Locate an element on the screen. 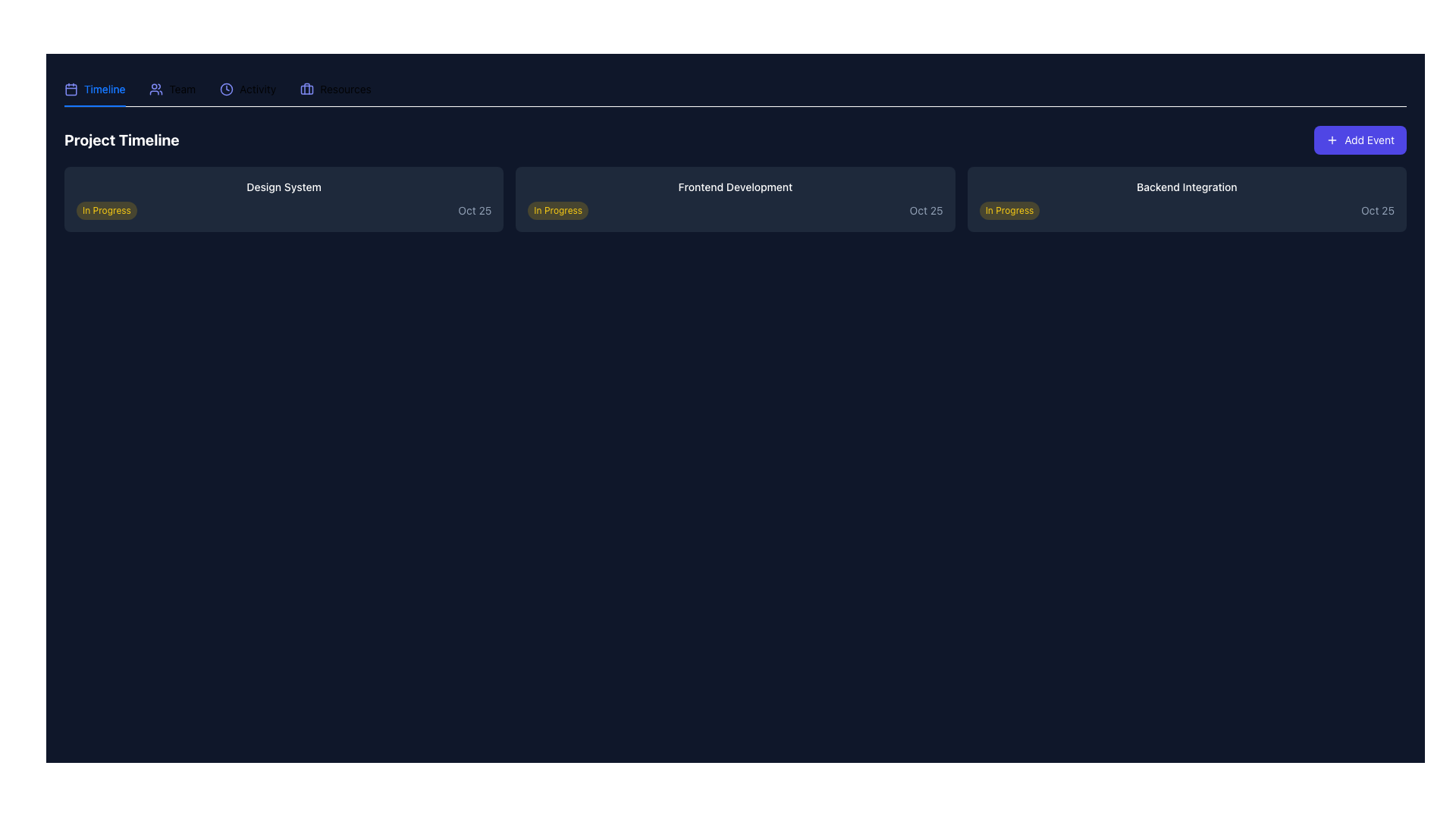 This screenshot has height=819, width=1456. the stylized plus icon located on the top right corner of the interface inside the purple button is located at coordinates (1332, 140).